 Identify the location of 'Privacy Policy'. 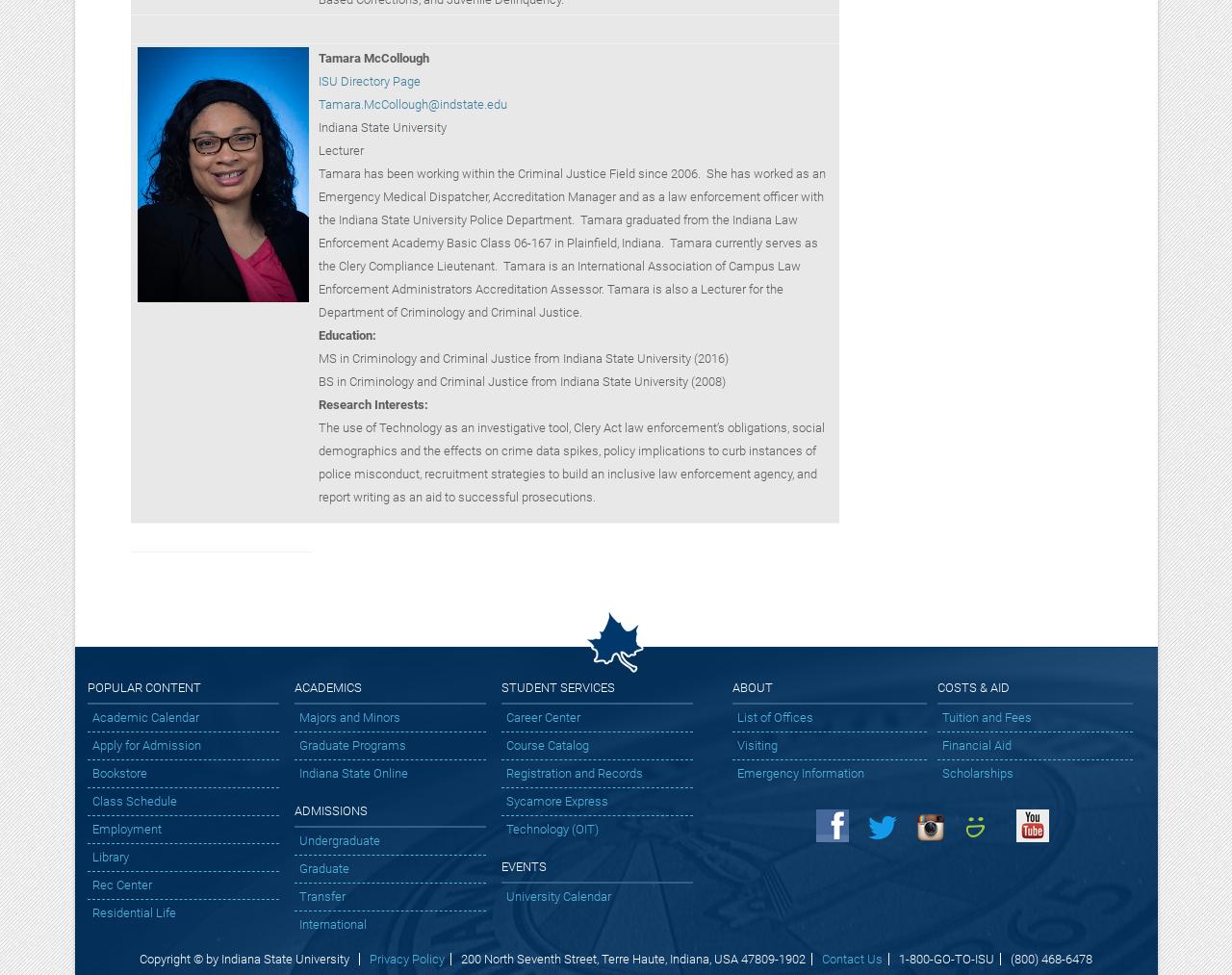
(405, 959).